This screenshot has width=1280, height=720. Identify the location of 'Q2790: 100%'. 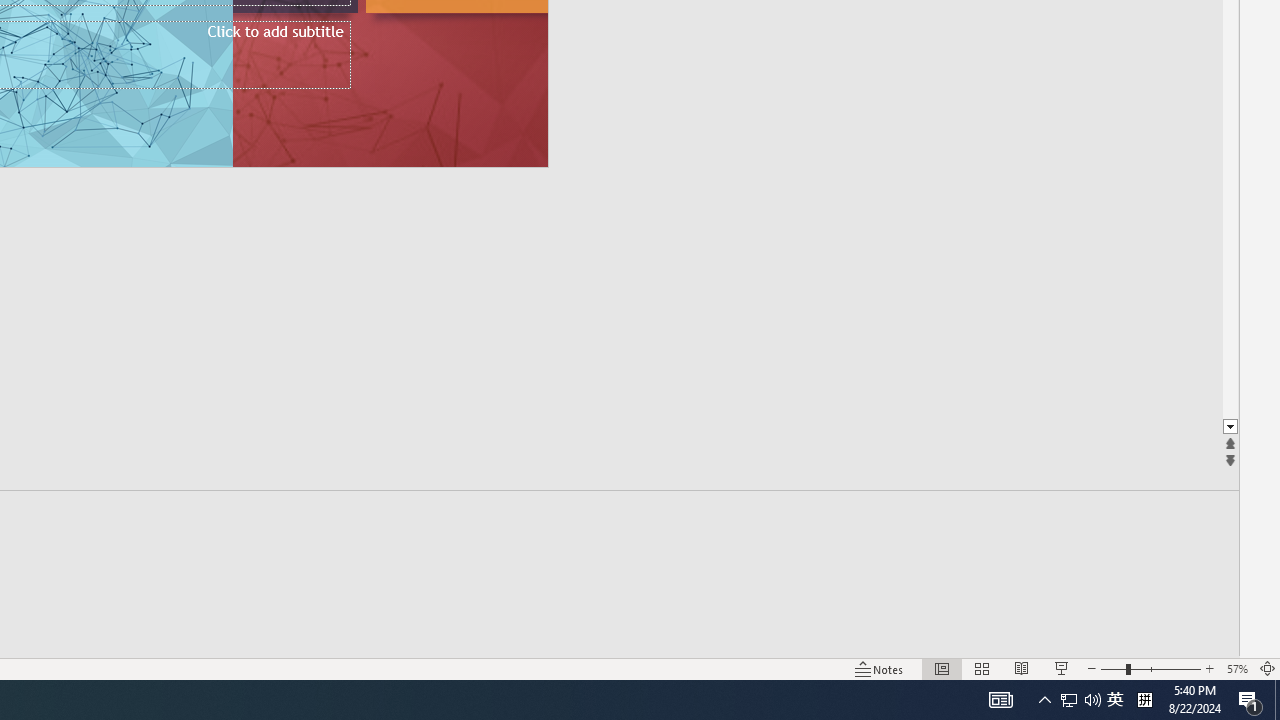
(1092, 698).